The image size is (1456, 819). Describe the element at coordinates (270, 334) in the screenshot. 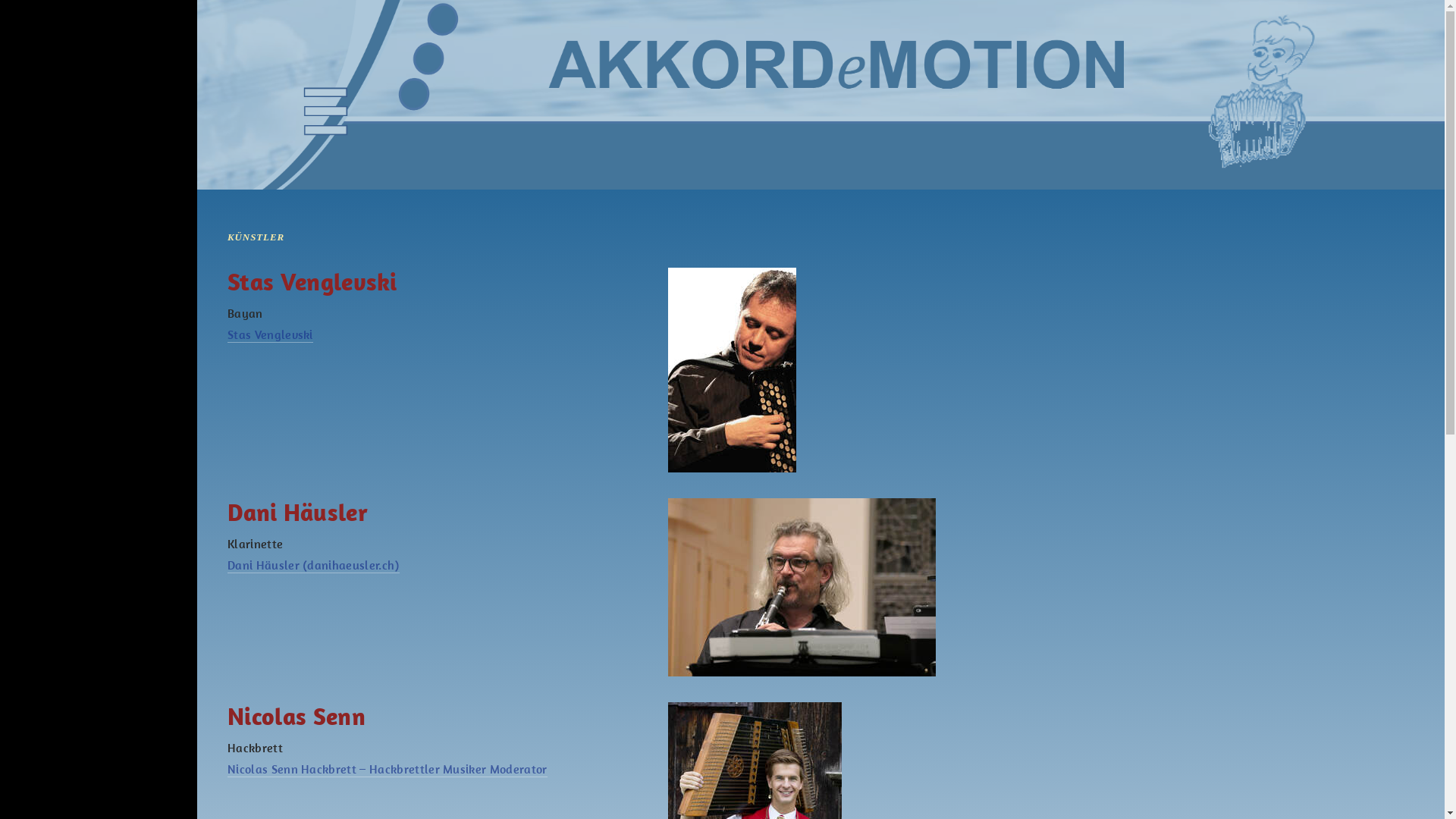

I see `'Stas Venglevski'` at that location.